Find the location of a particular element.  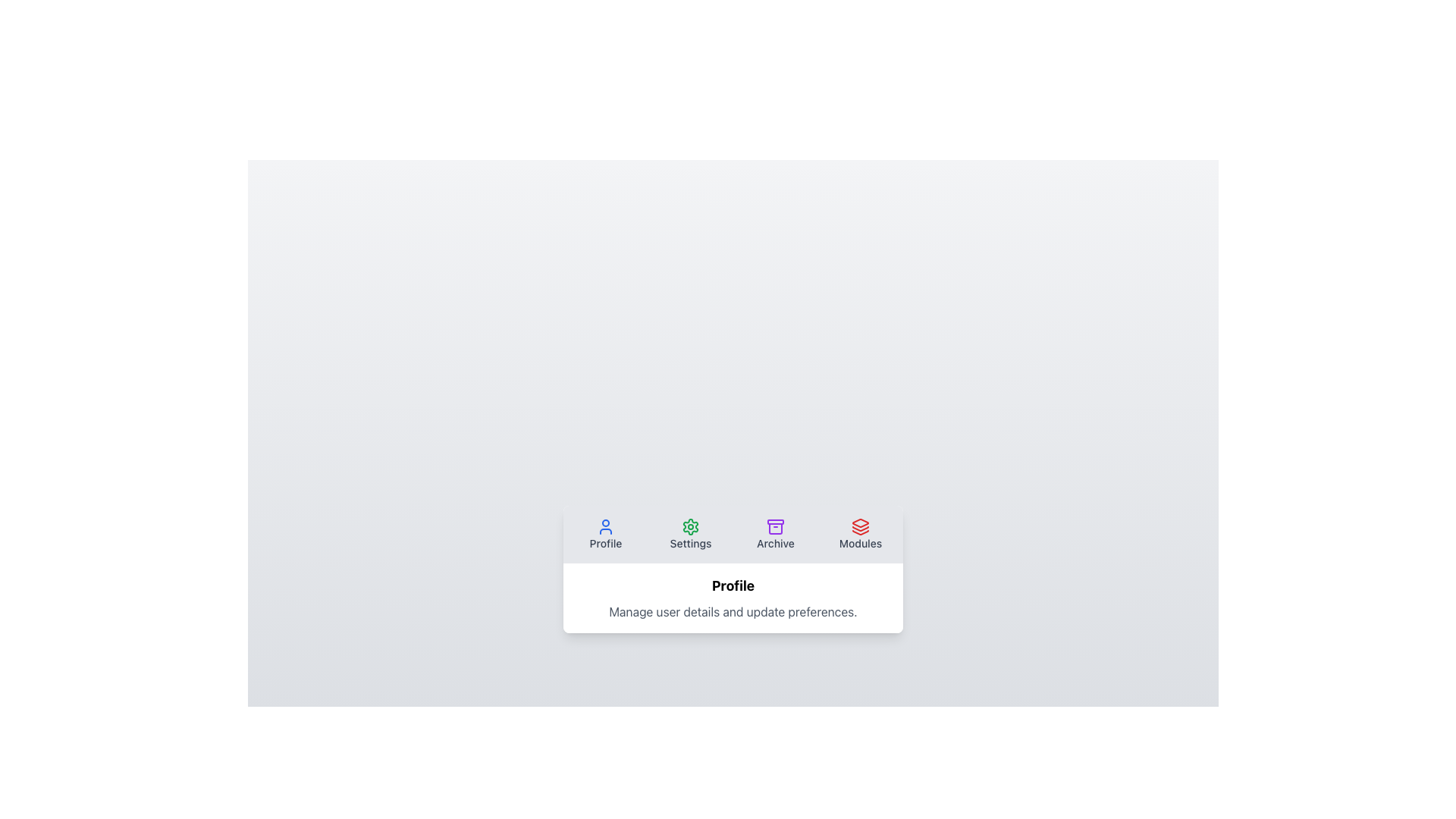

the text label displaying 'Archive', which is styled in a dark color and positioned directly beneath the archive icon, indicating storage functionality is located at coordinates (775, 543).